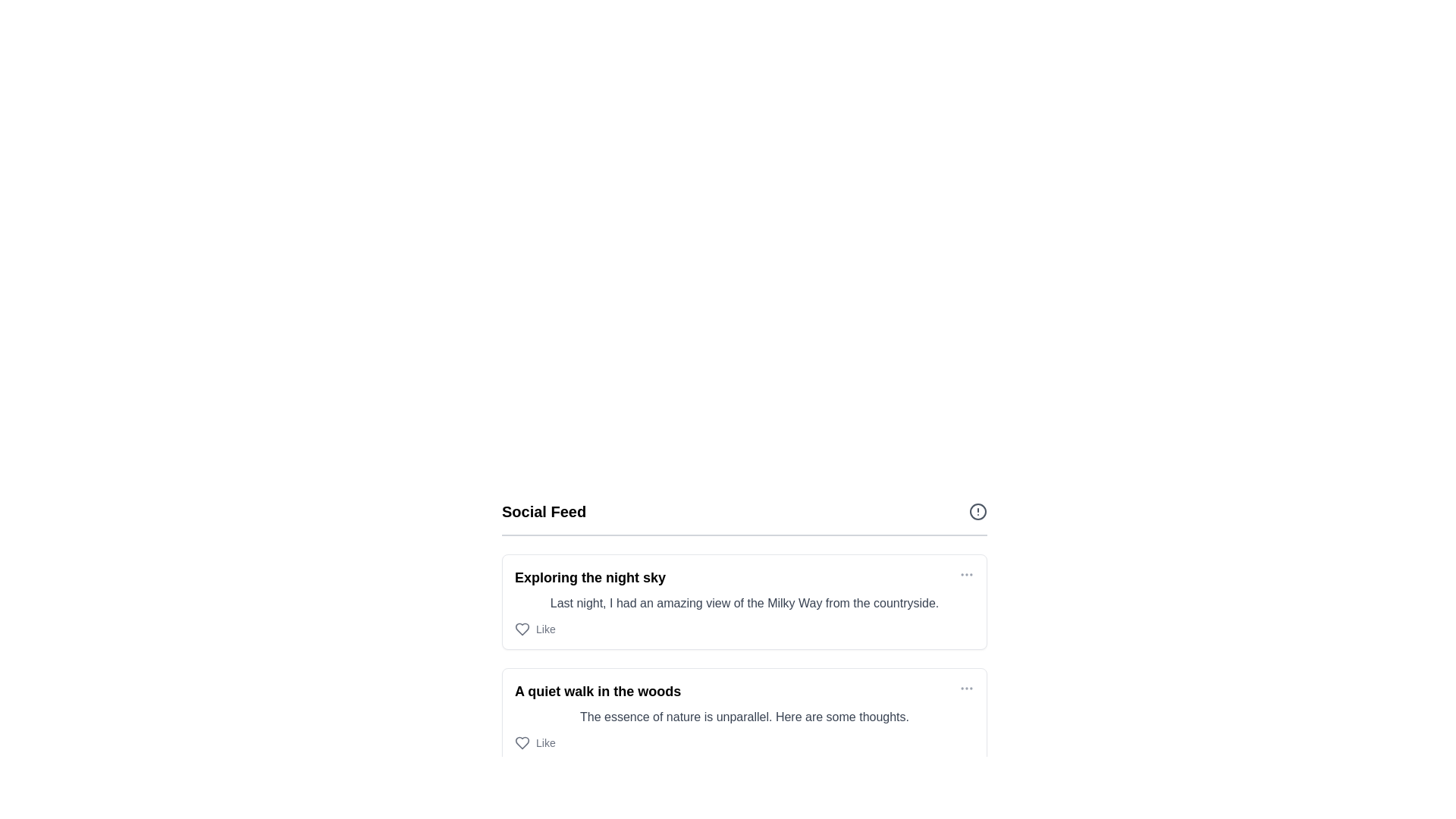 Image resolution: width=1456 pixels, height=819 pixels. Describe the element at coordinates (544, 512) in the screenshot. I see `the 'Social Feed' text label, which is a bold and large font heading located on the left-hand side of the top bar in the 'Social Feed' section` at that location.